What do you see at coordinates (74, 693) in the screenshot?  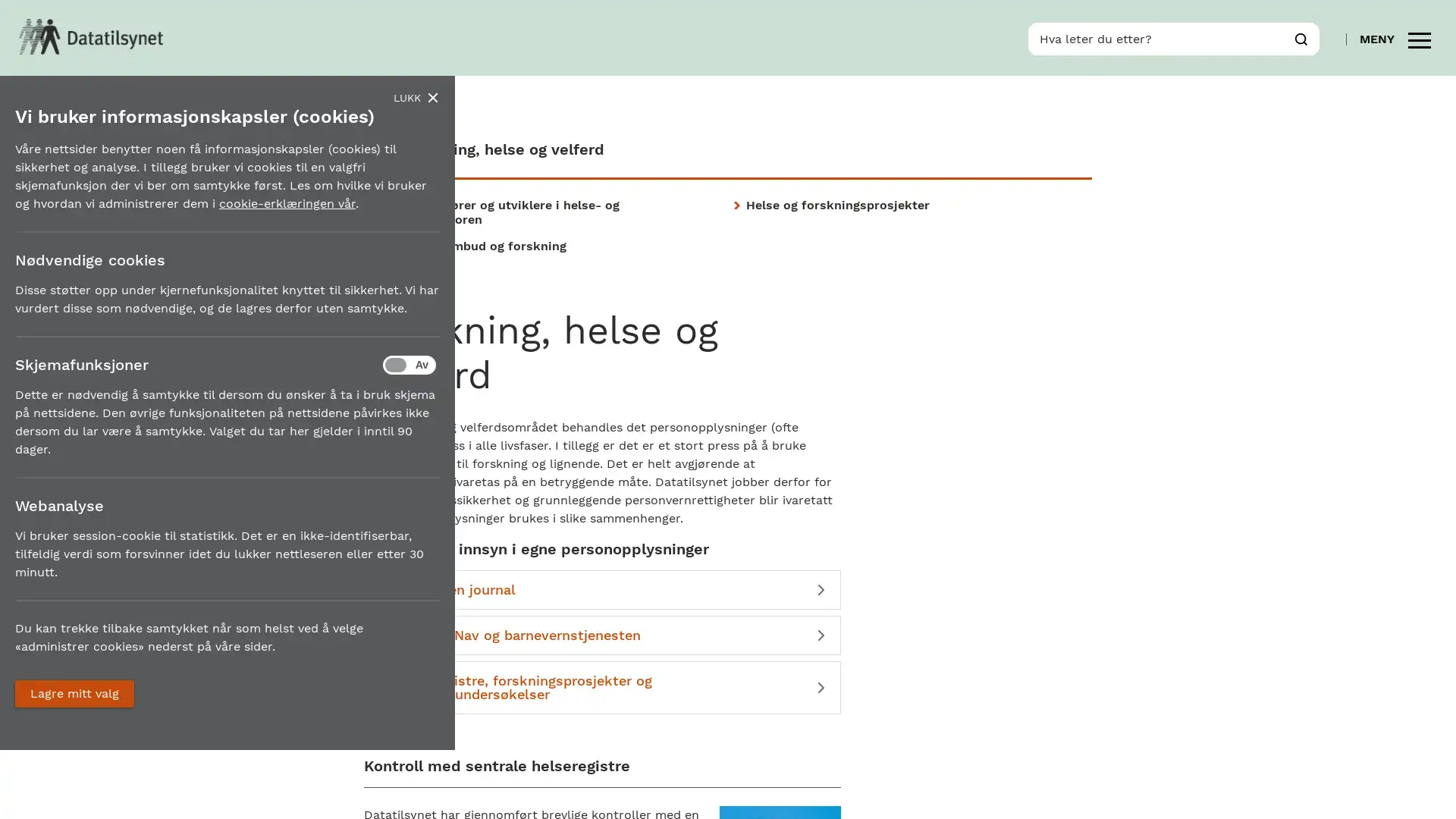 I see `Lagre mitt valg` at bounding box center [74, 693].